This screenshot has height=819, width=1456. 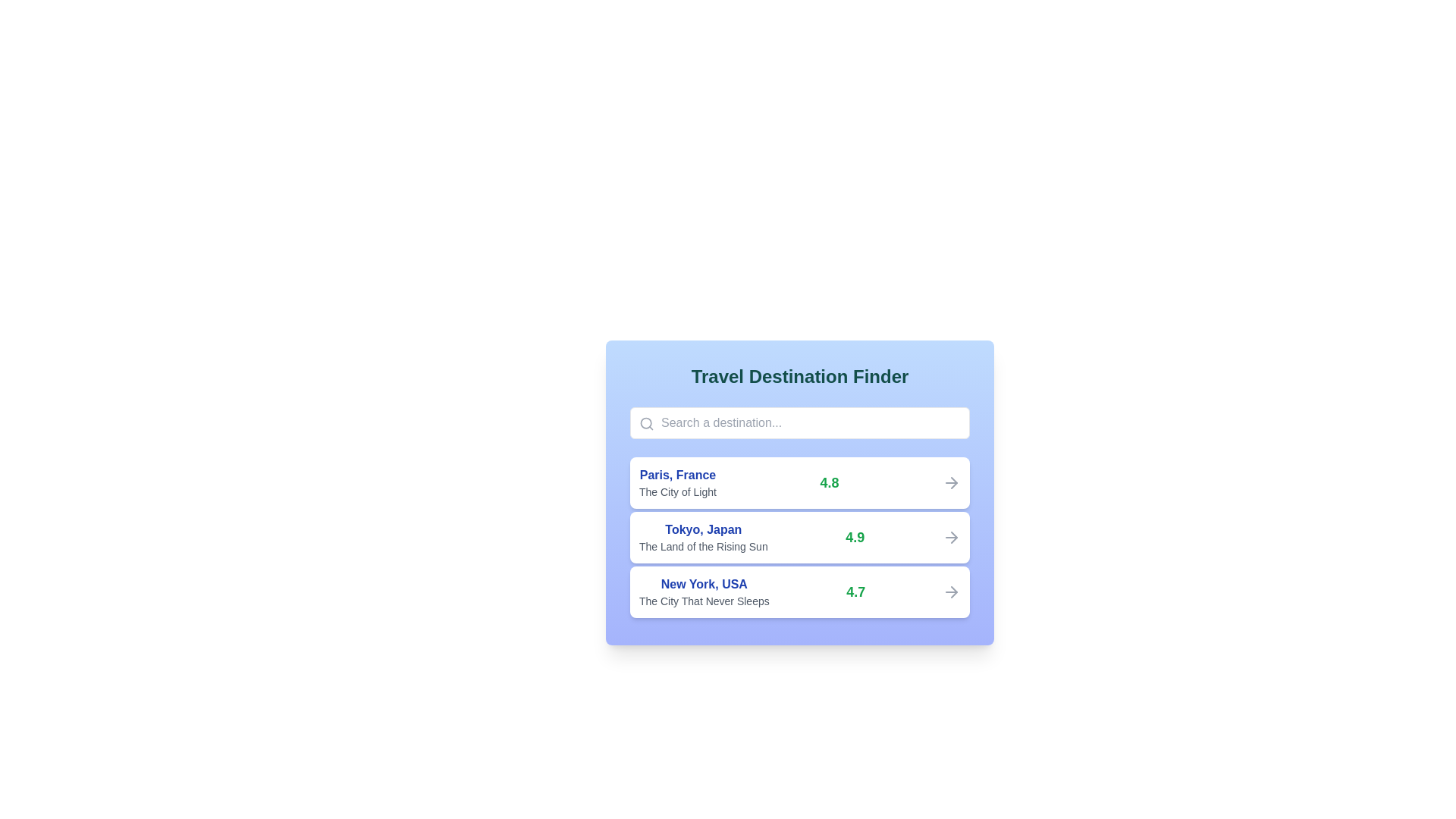 I want to click on the text label displaying '4.9' in bold green font, which is part of a rating system and located at the far-right of the associated text block, so click(x=855, y=537).